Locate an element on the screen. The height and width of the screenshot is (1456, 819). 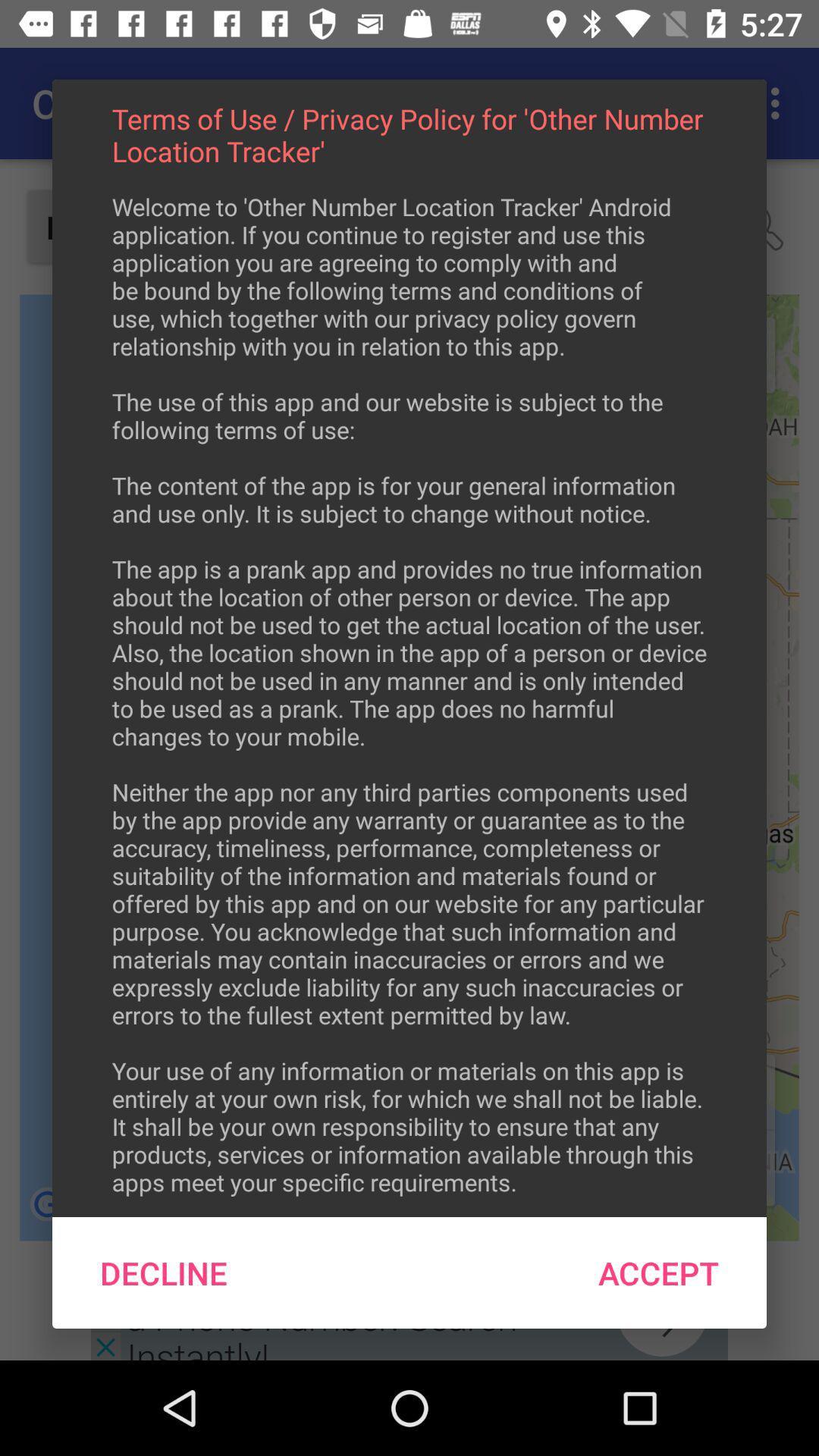
the accept icon is located at coordinates (657, 1272).